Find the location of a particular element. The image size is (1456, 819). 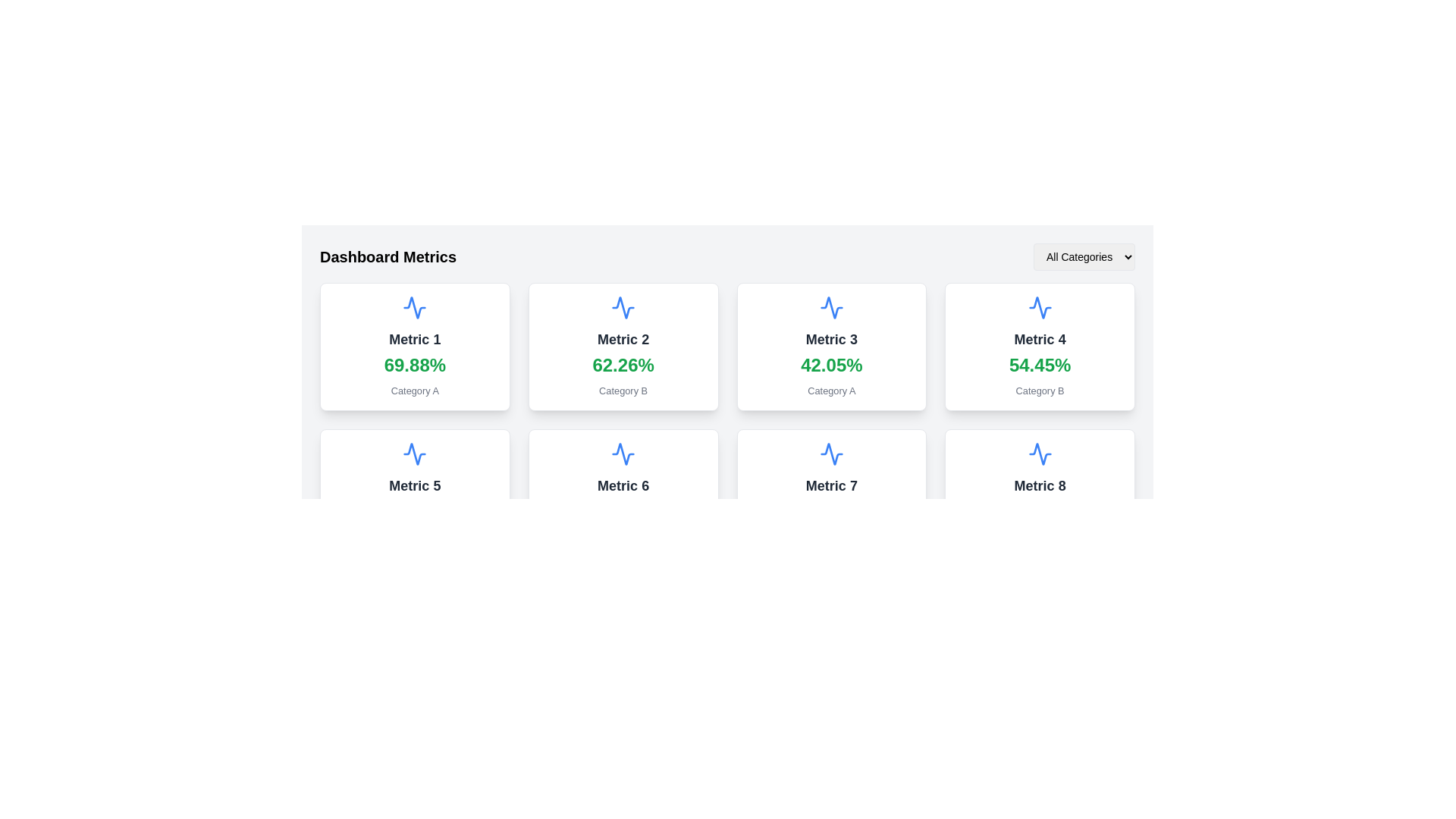

the card displaying 'Metric 7' is located at coordinates (830, 493).